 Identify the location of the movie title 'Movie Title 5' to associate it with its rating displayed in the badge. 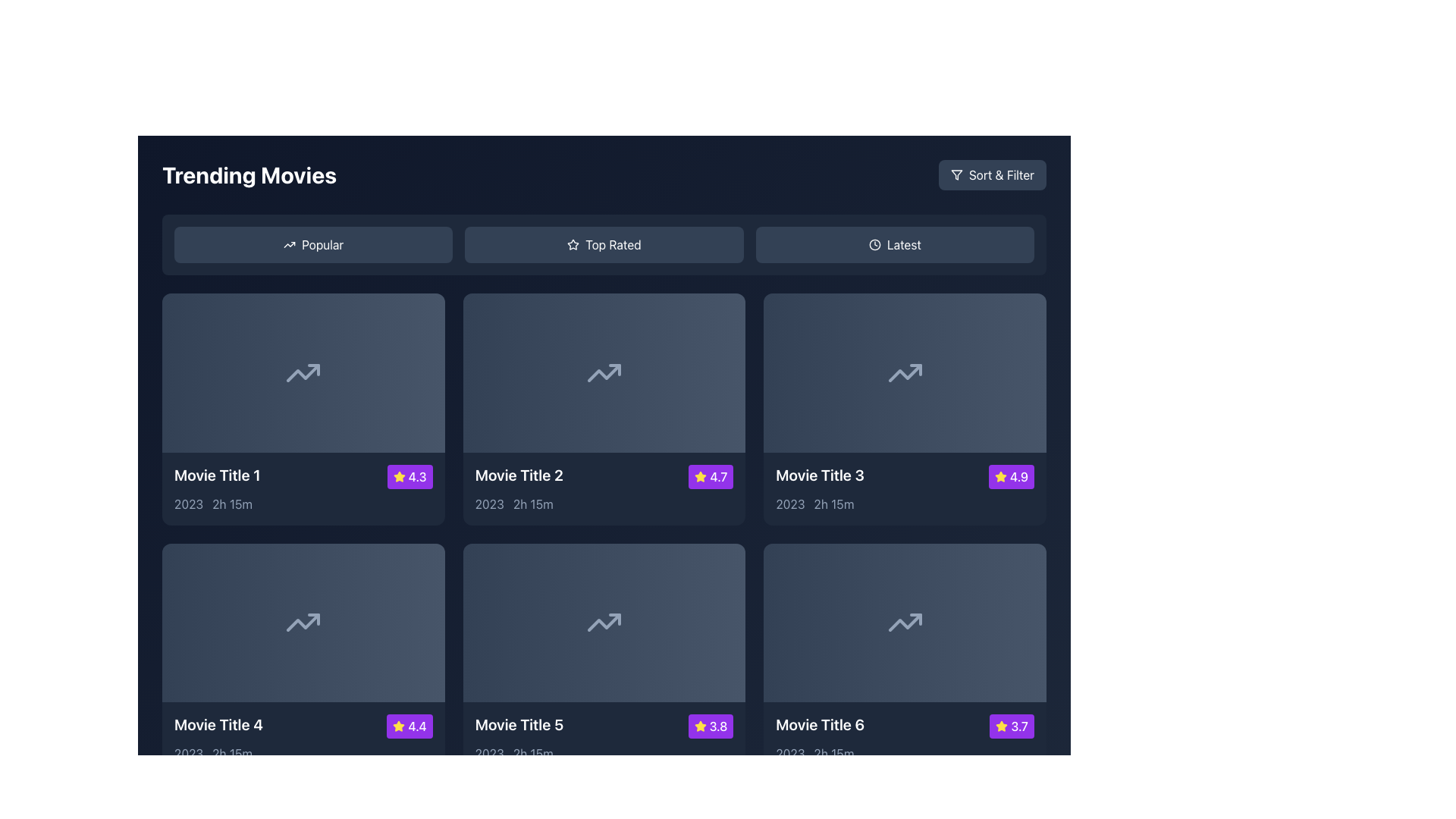
(603, 726).